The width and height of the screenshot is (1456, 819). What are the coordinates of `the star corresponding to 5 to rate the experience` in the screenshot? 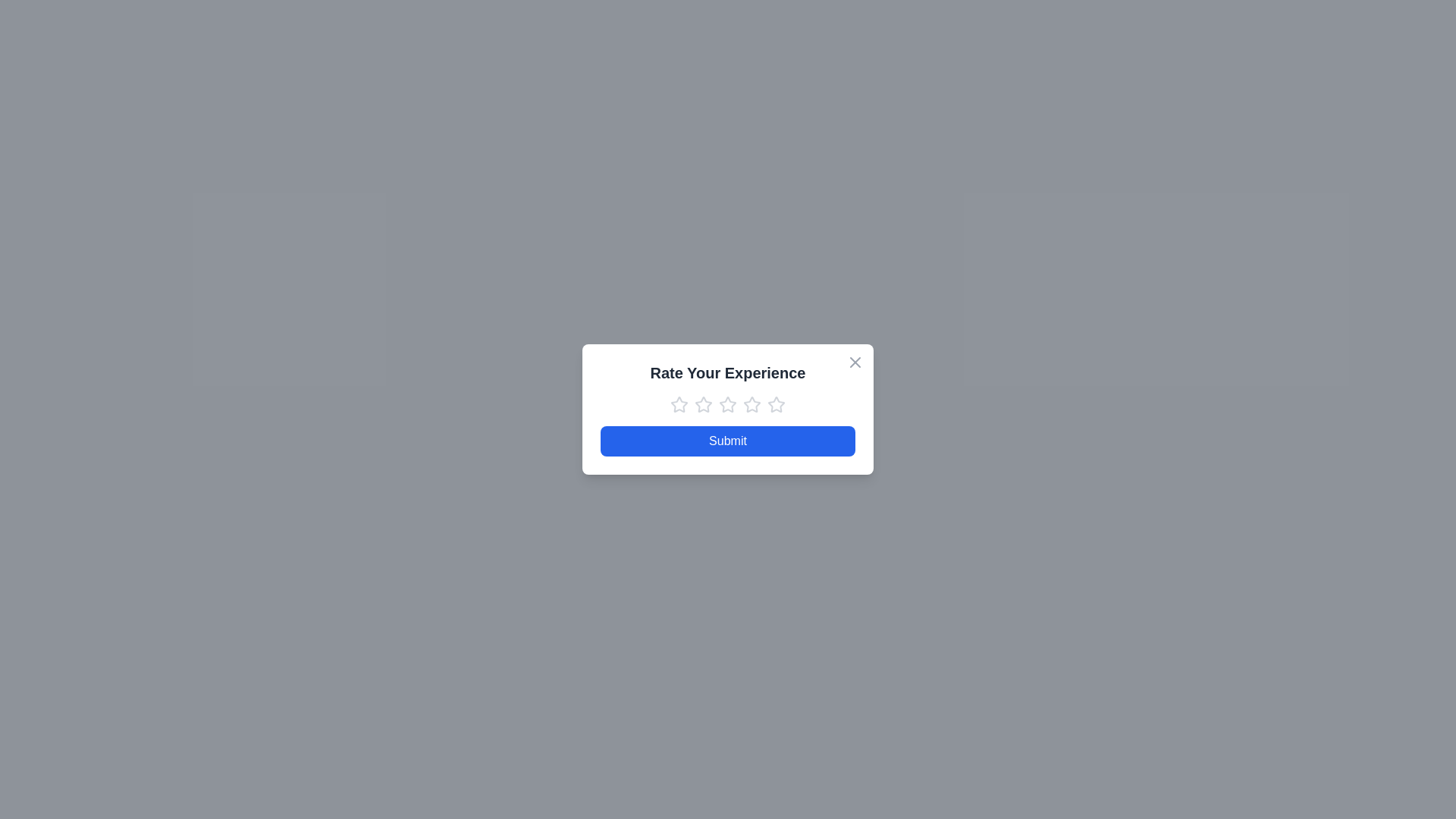 It's located at (776, 403).